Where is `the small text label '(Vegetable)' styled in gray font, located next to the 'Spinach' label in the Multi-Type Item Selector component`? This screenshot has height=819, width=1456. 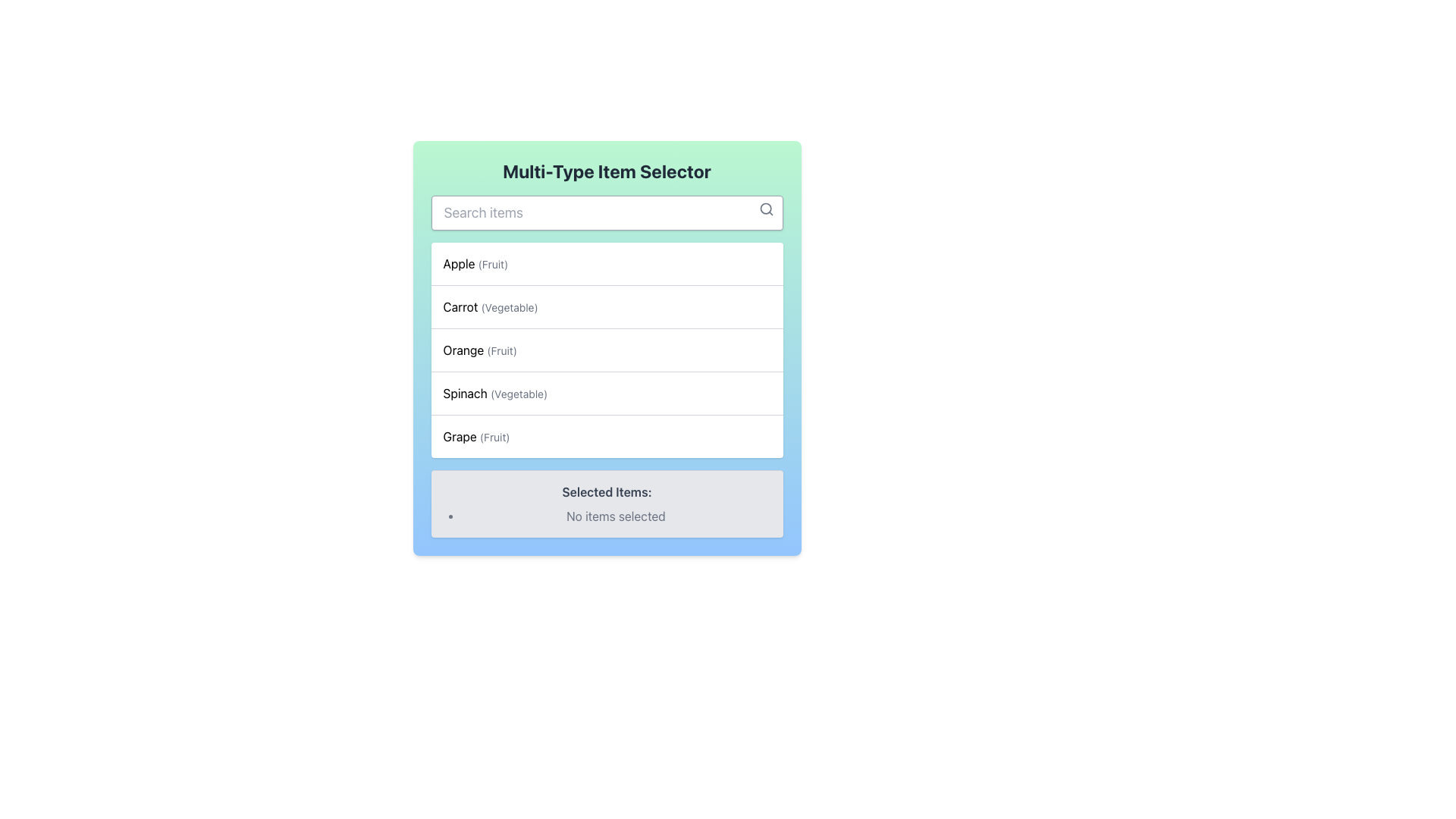
the small text label '(Vegetable)' styled in gray font, located next to the 'Spinach' label in the Multi-Type Item Selector component is located at coordinates (519, 393).